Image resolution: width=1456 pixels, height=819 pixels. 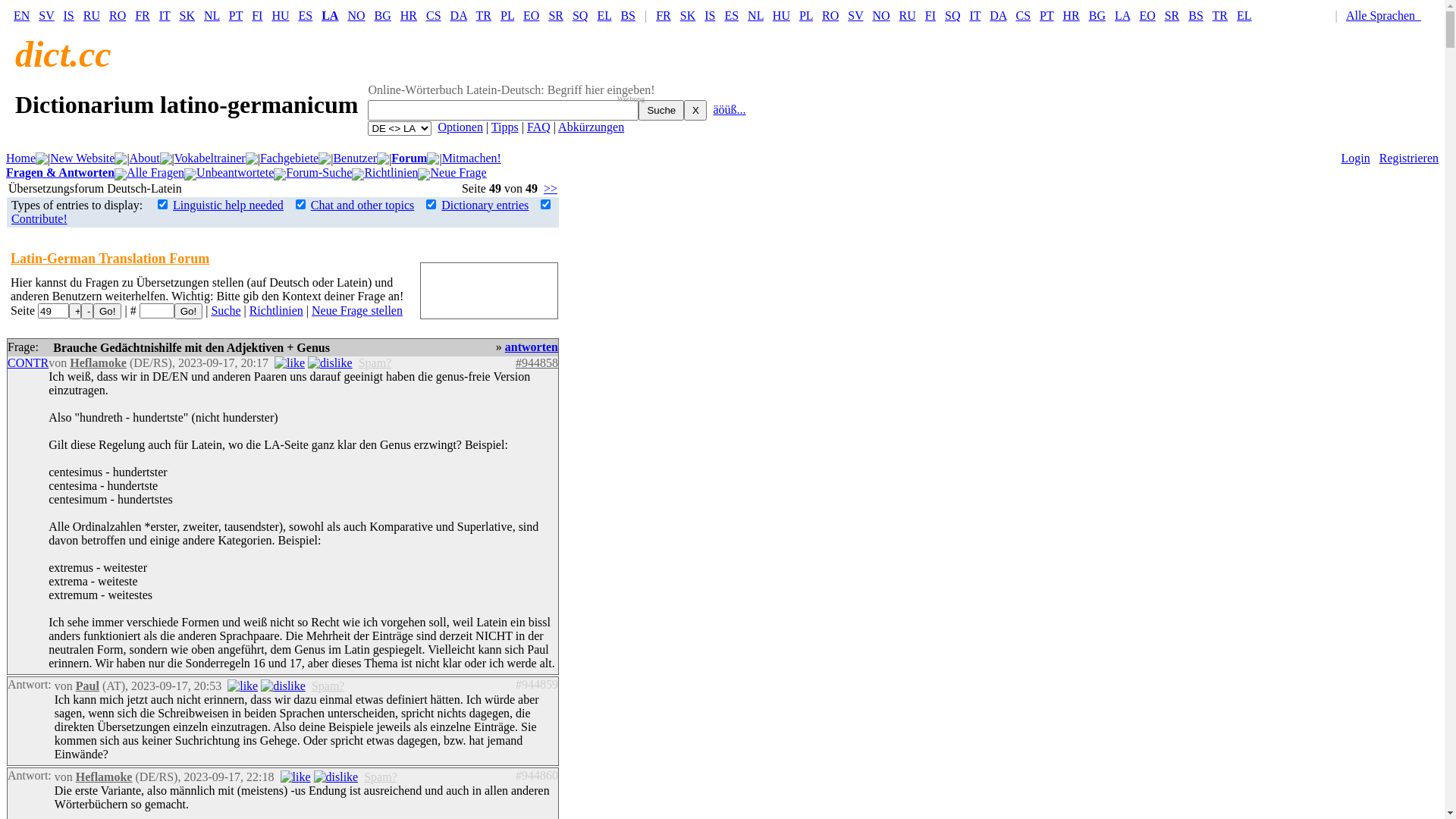 I want to click on 'FAQ', so click(x=538, y=126).